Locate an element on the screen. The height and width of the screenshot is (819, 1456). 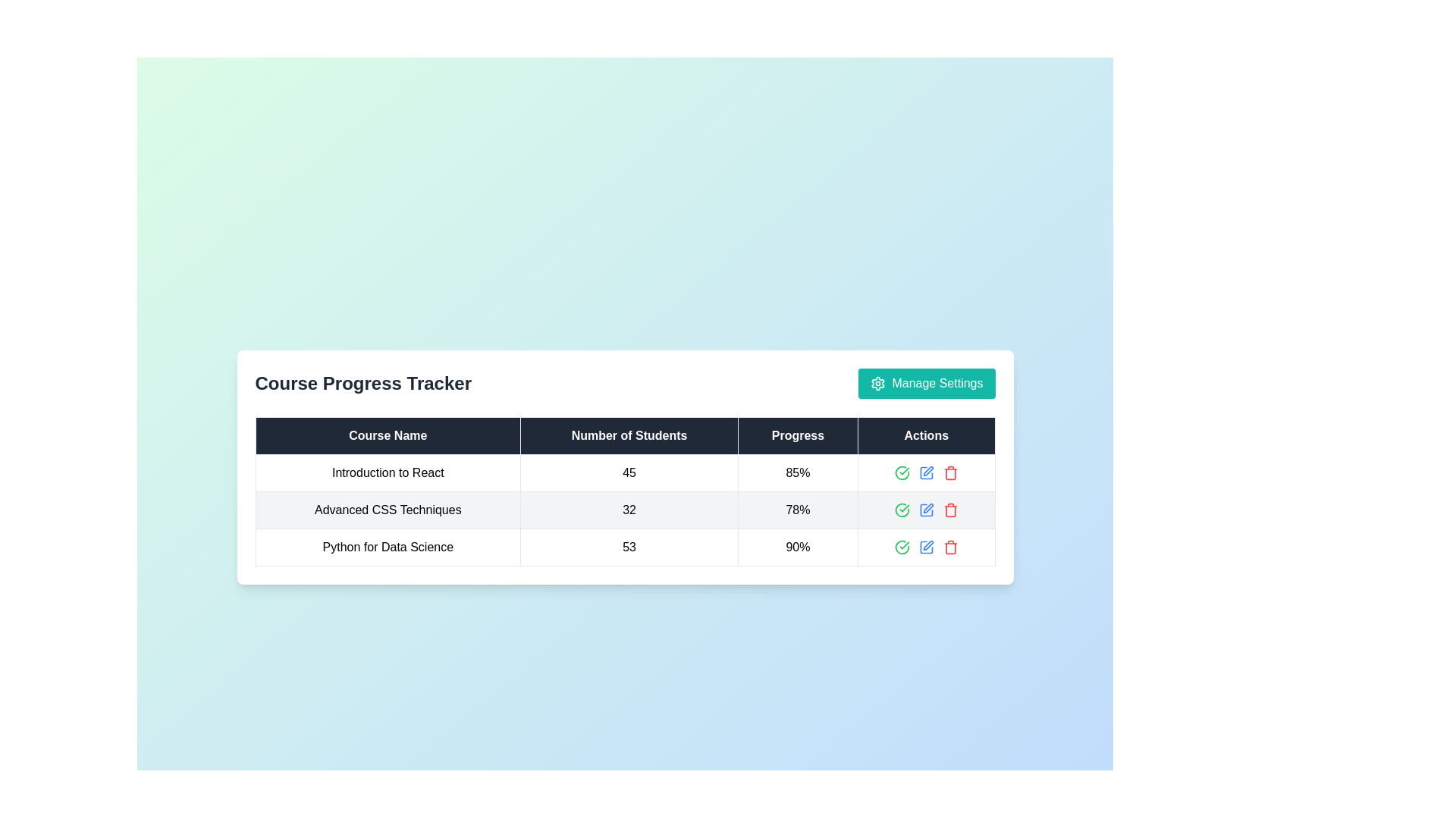
value displayed in the text element showing '90%' in bold black font under the 'Progress' column of the 'Course Progress Tracker' table is located at coordinates (797, 547).